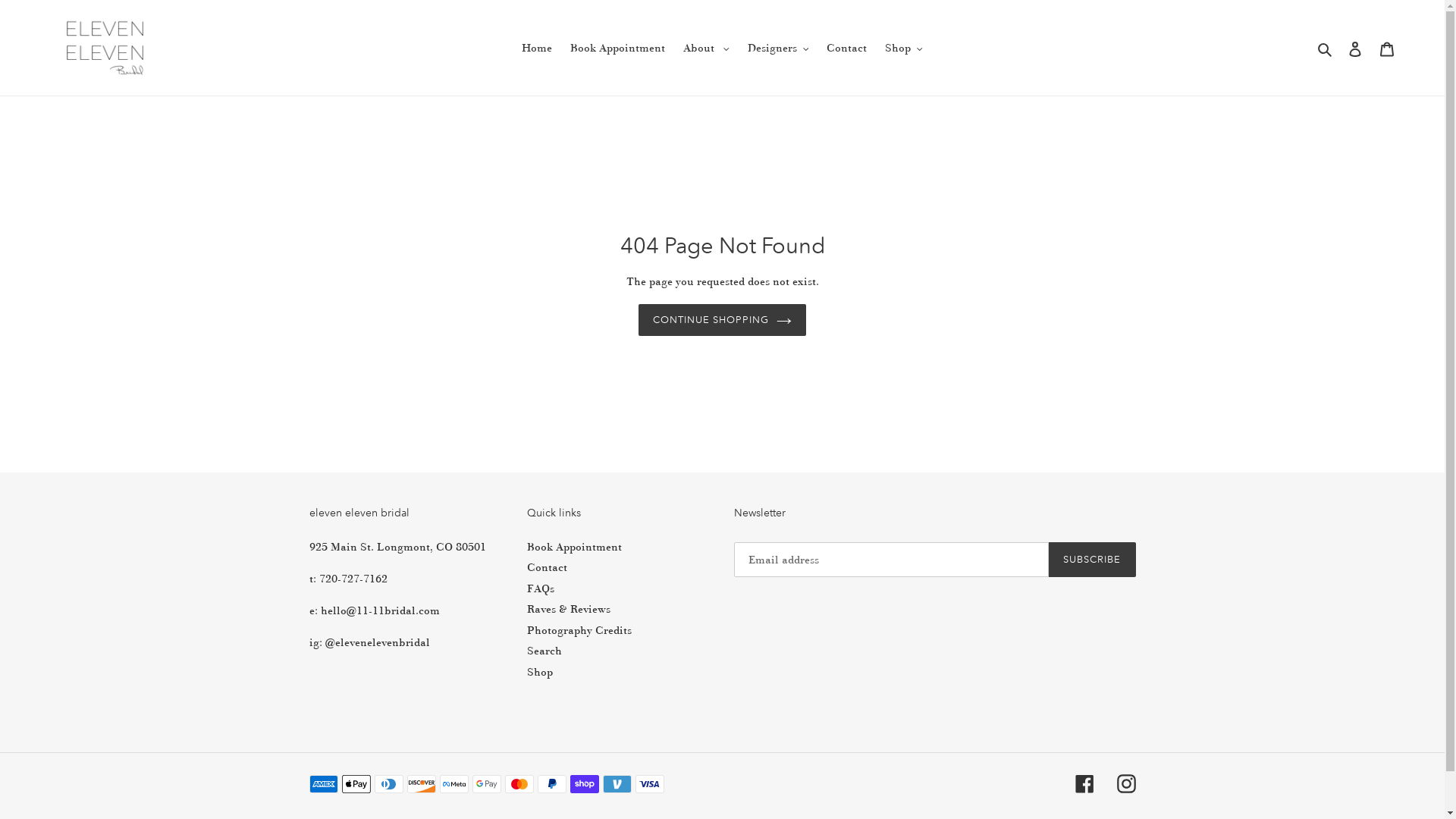 The width and height of the screenshot is (1456, 819). What do you see at coordinates (537, 47) in the screenshot?
I see `'Home'` at bounding box center [537, 47].